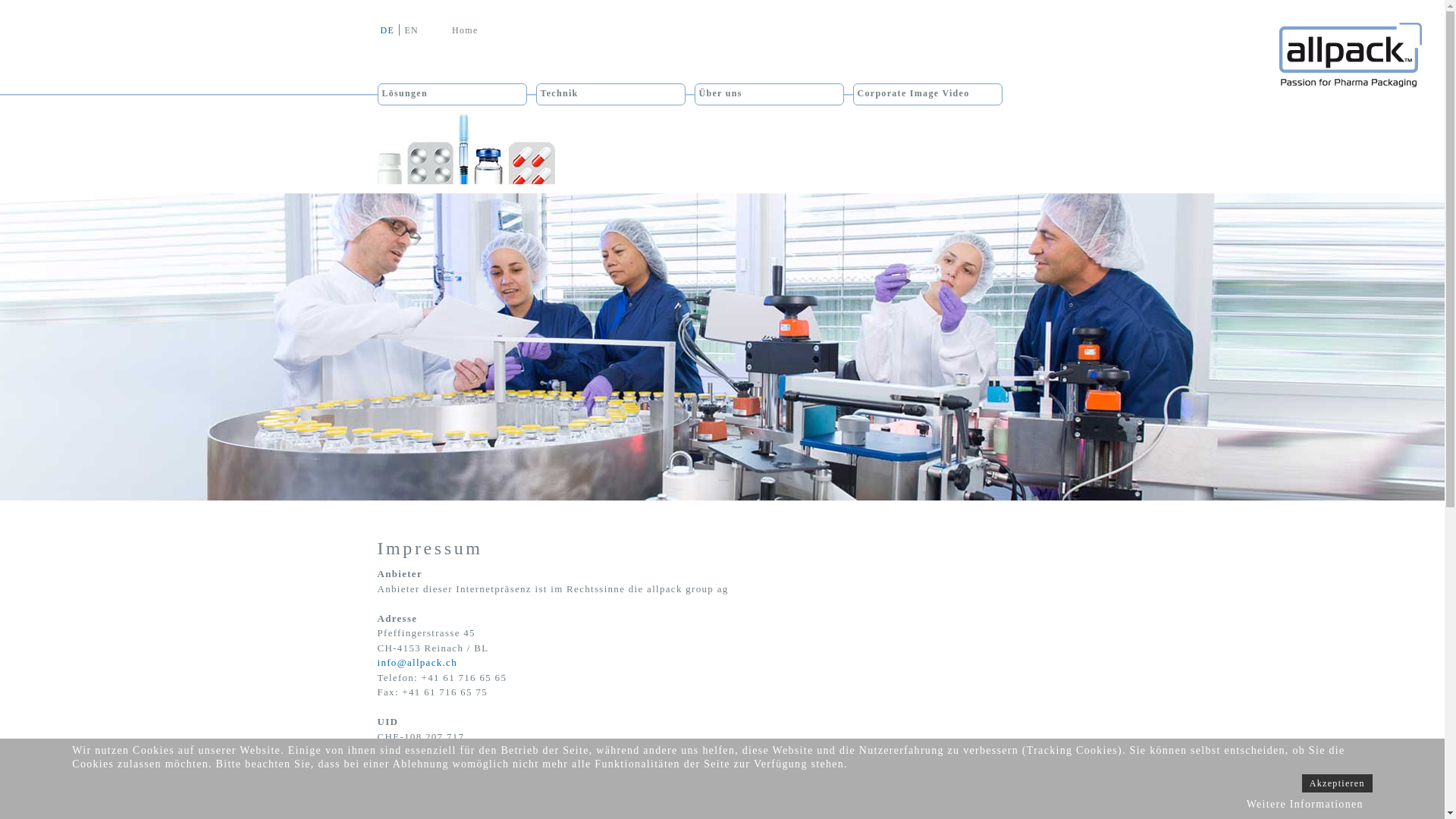  I want to click on 'info@allpack.ch', so click(417, 661).